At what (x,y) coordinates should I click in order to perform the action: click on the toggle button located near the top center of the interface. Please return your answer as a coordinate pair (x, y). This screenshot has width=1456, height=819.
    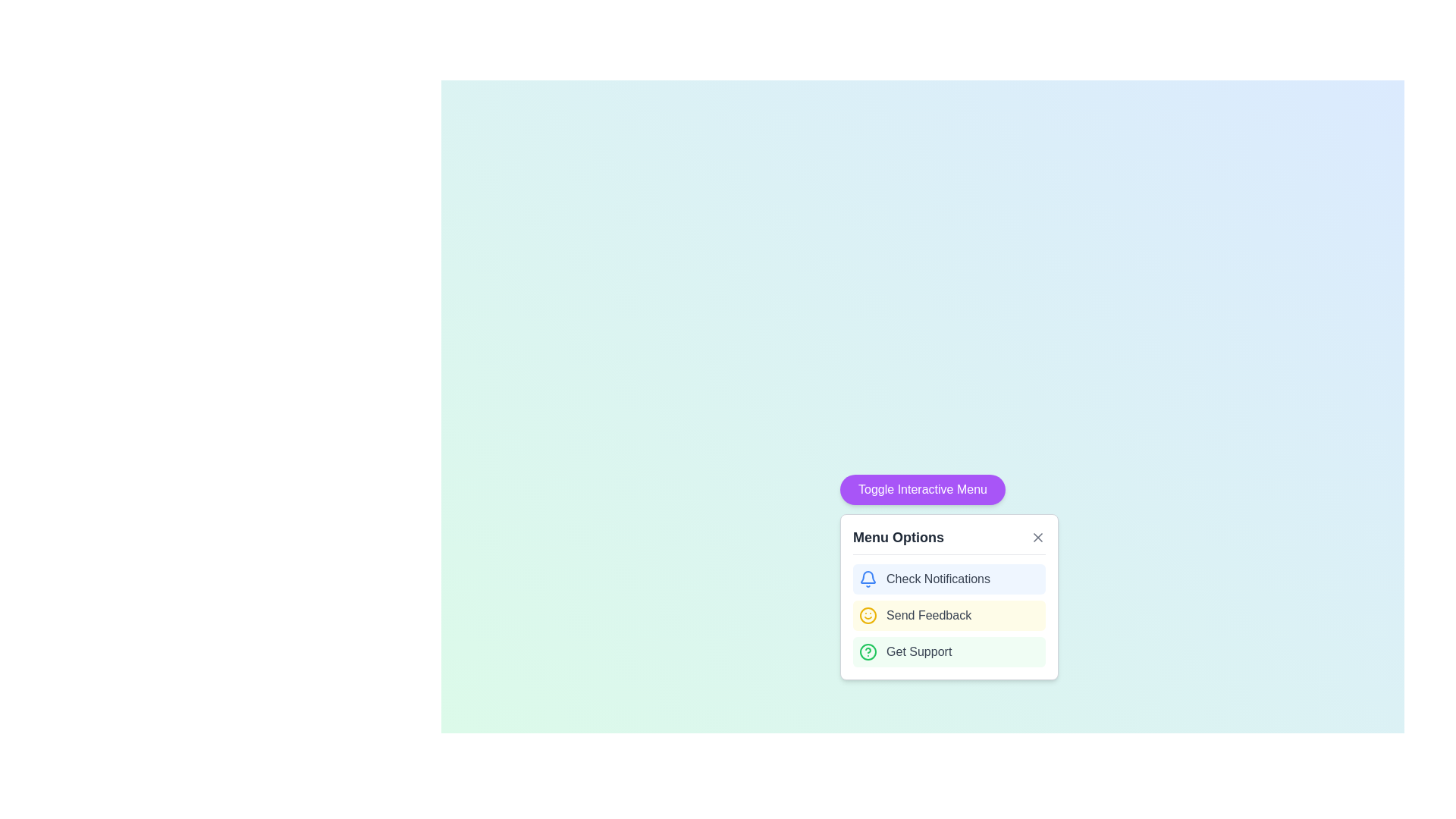
    Looking at the image, I should click on (922, 489).